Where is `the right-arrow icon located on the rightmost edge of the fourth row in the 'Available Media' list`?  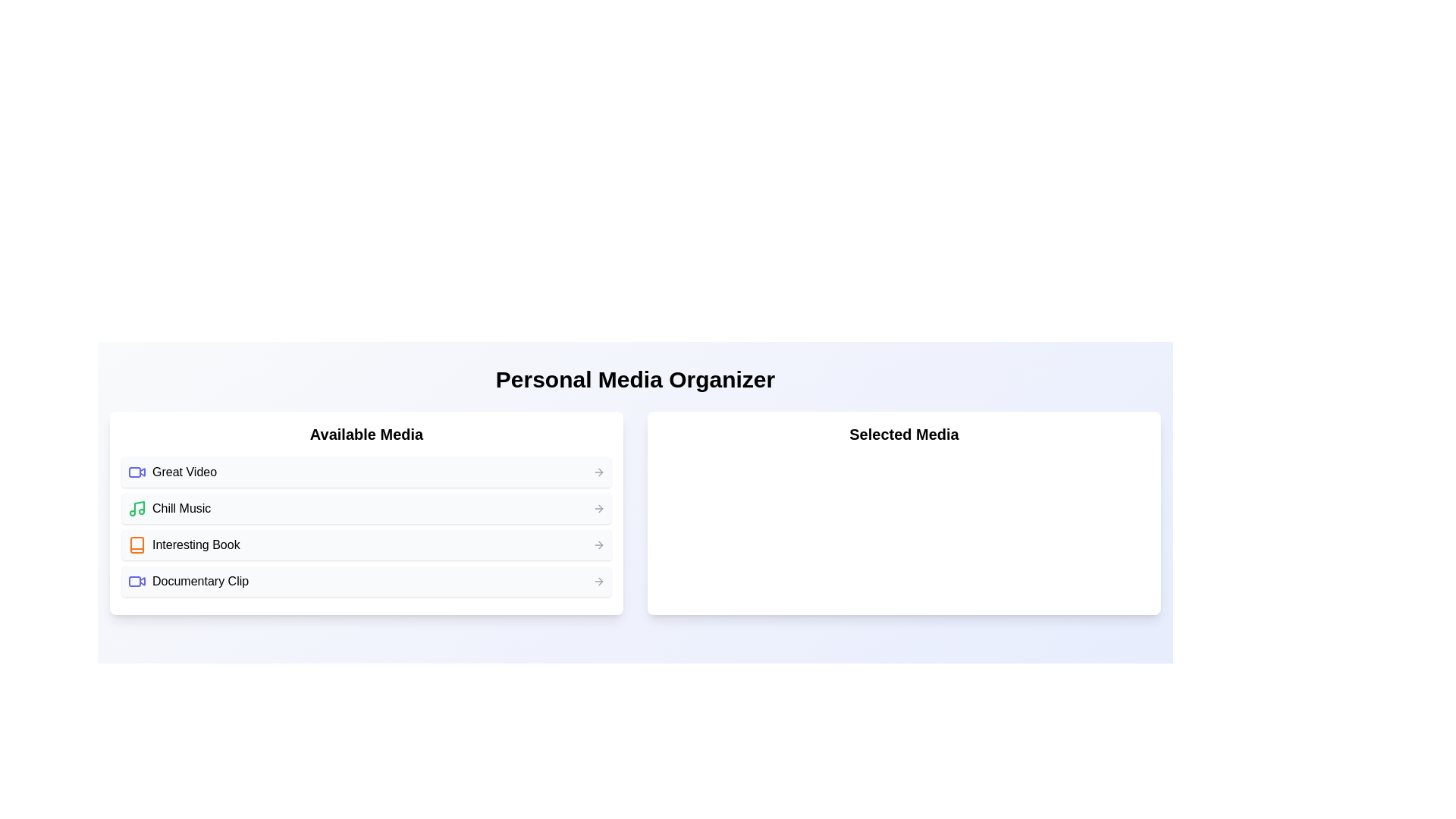
the right-arrow icon located on the rightmost edge of the fourth row in the 'Available Media' list is located at coordinates (598, 581).